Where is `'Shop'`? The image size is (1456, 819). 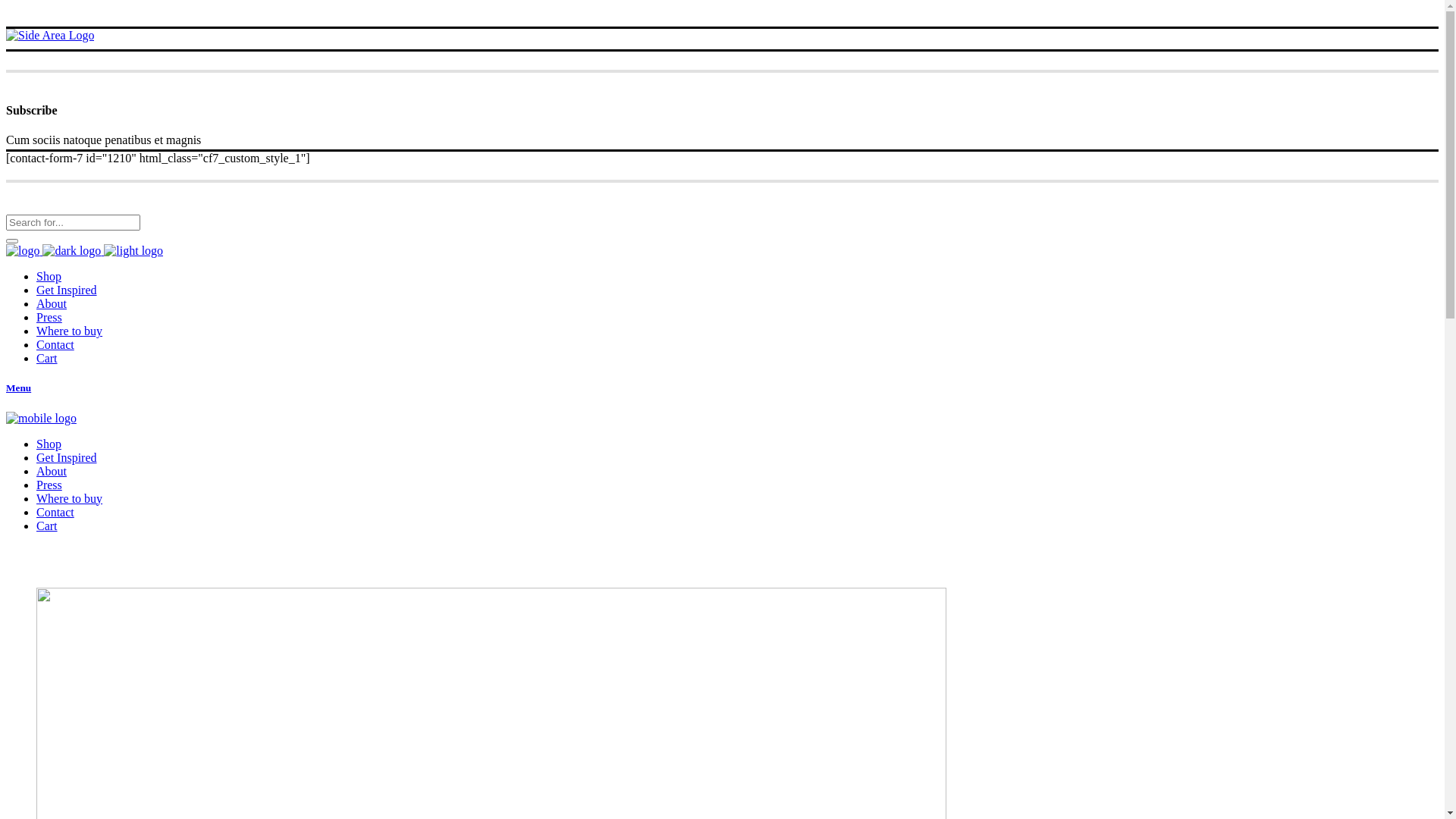
'Shop' is located at coordinates (49, 444).